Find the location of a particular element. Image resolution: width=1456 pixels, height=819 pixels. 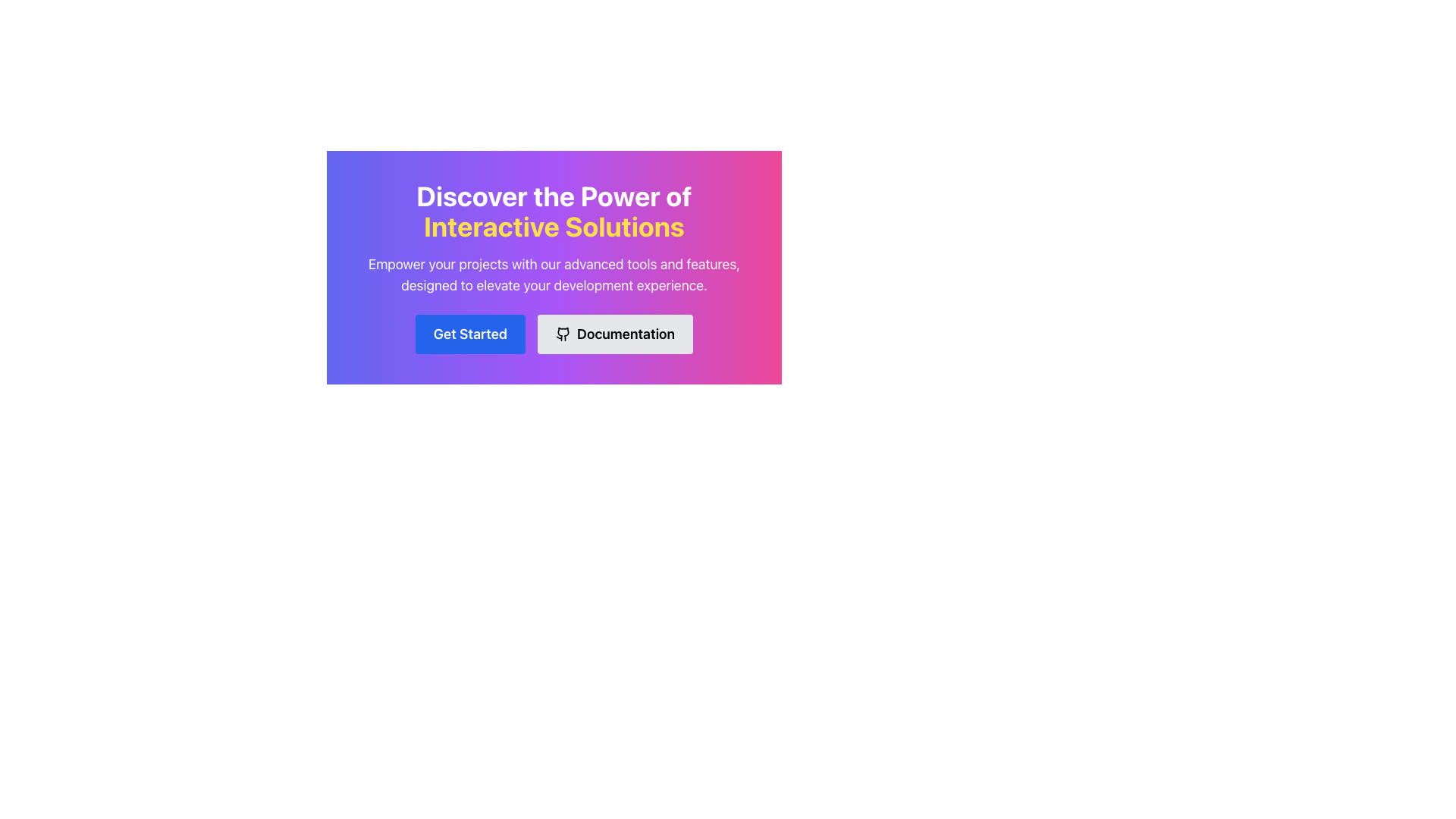

the GitHub icon, which is a stylized cat-like figure located in the top-right corner of the main content area is located at coordinates (563, 333).